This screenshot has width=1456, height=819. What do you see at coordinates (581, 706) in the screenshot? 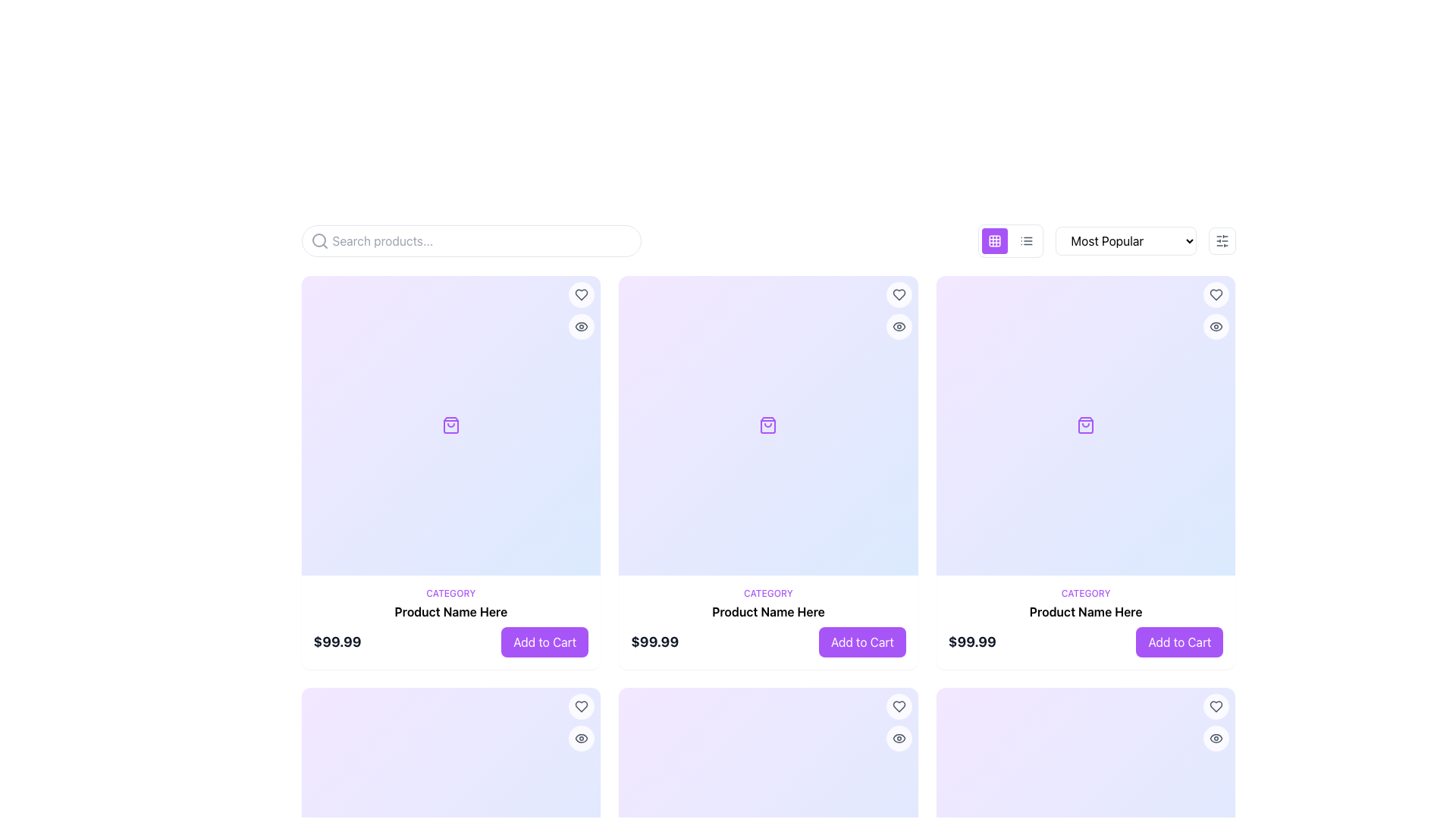
I see `the favorite icon located in the top-right portion of a product card` at bounding box center [581, 706].